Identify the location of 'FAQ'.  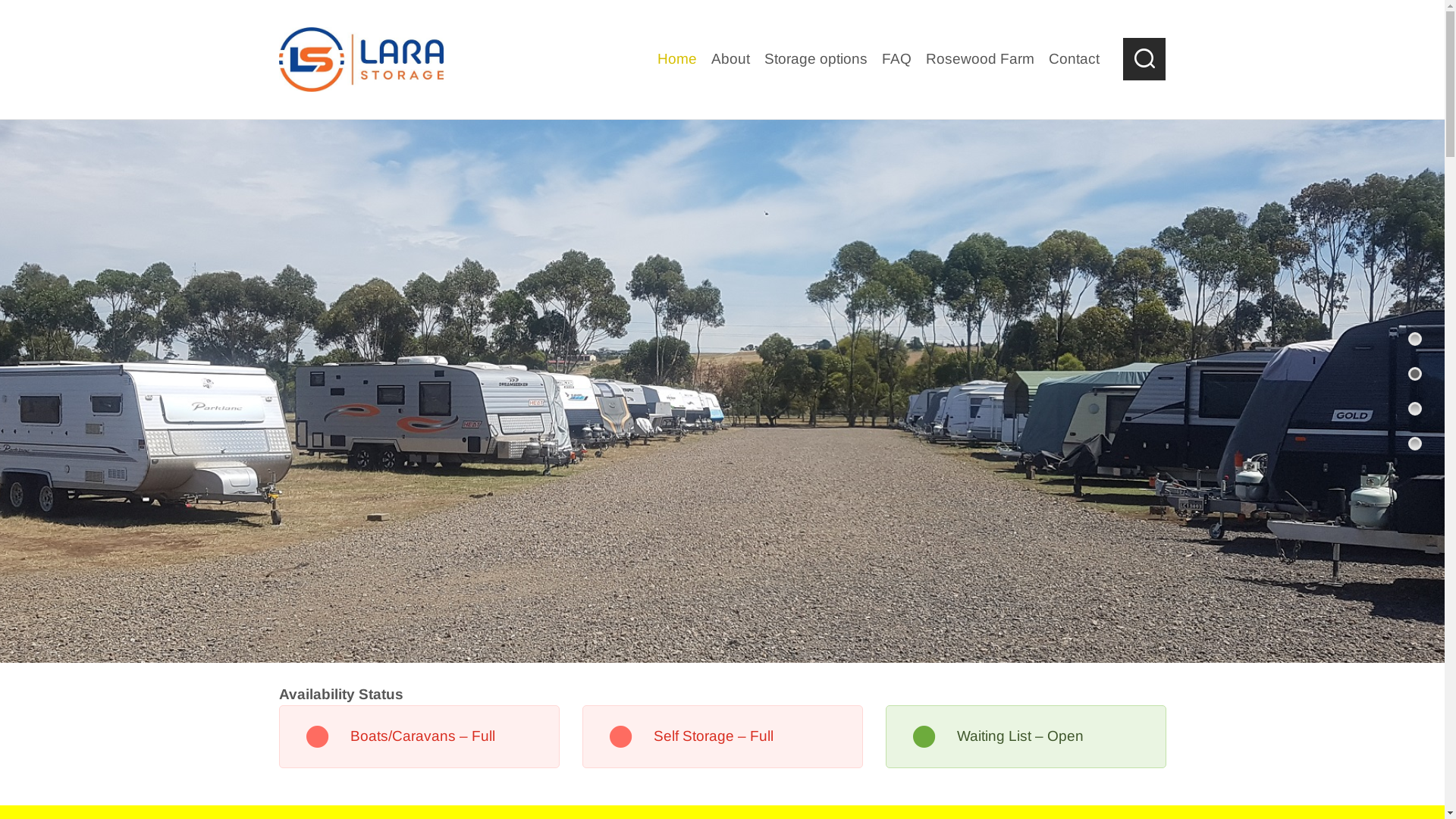
(896, 58).